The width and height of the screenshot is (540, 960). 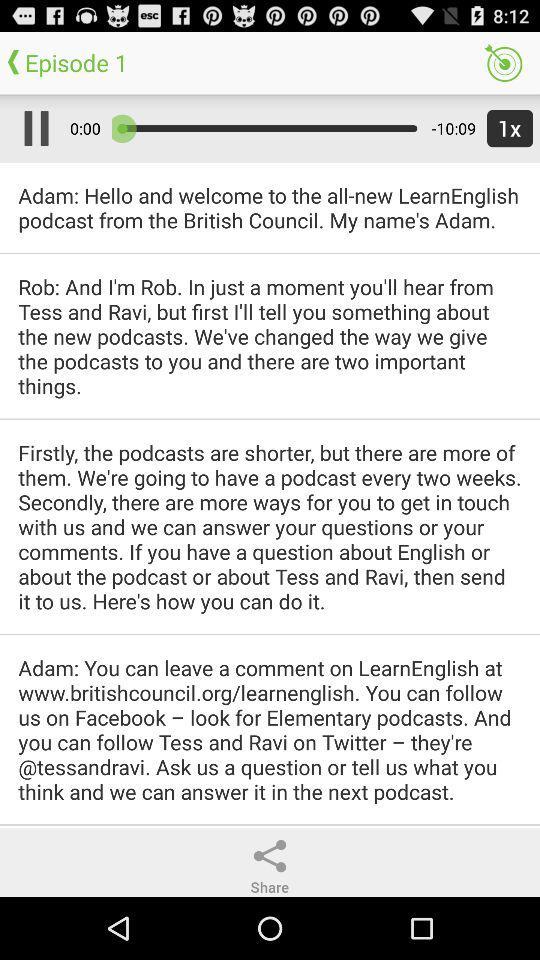 What do you see at coordinates (31, 127) in the screenshot?
I see `item to the left of 0:00 app` at bounding box center [31, 127].